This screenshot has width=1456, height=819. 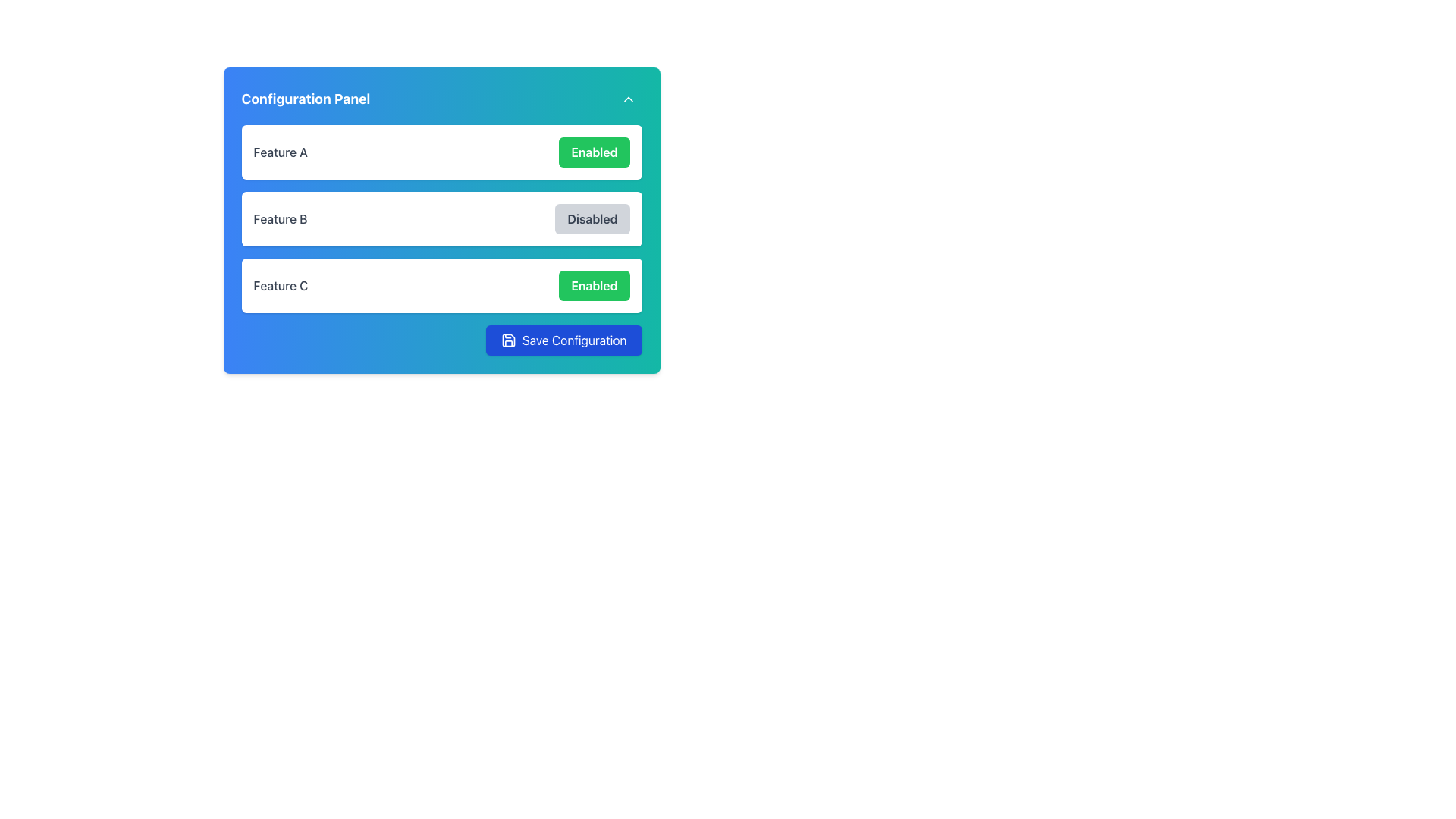 What do you see at coordinates (281, 152) in the screenshot?
I see `descriptive label indicating the name of the feature 'Feature A' in the top-left section of the feature card in the configuration panel` at bounding box center [281, 152].